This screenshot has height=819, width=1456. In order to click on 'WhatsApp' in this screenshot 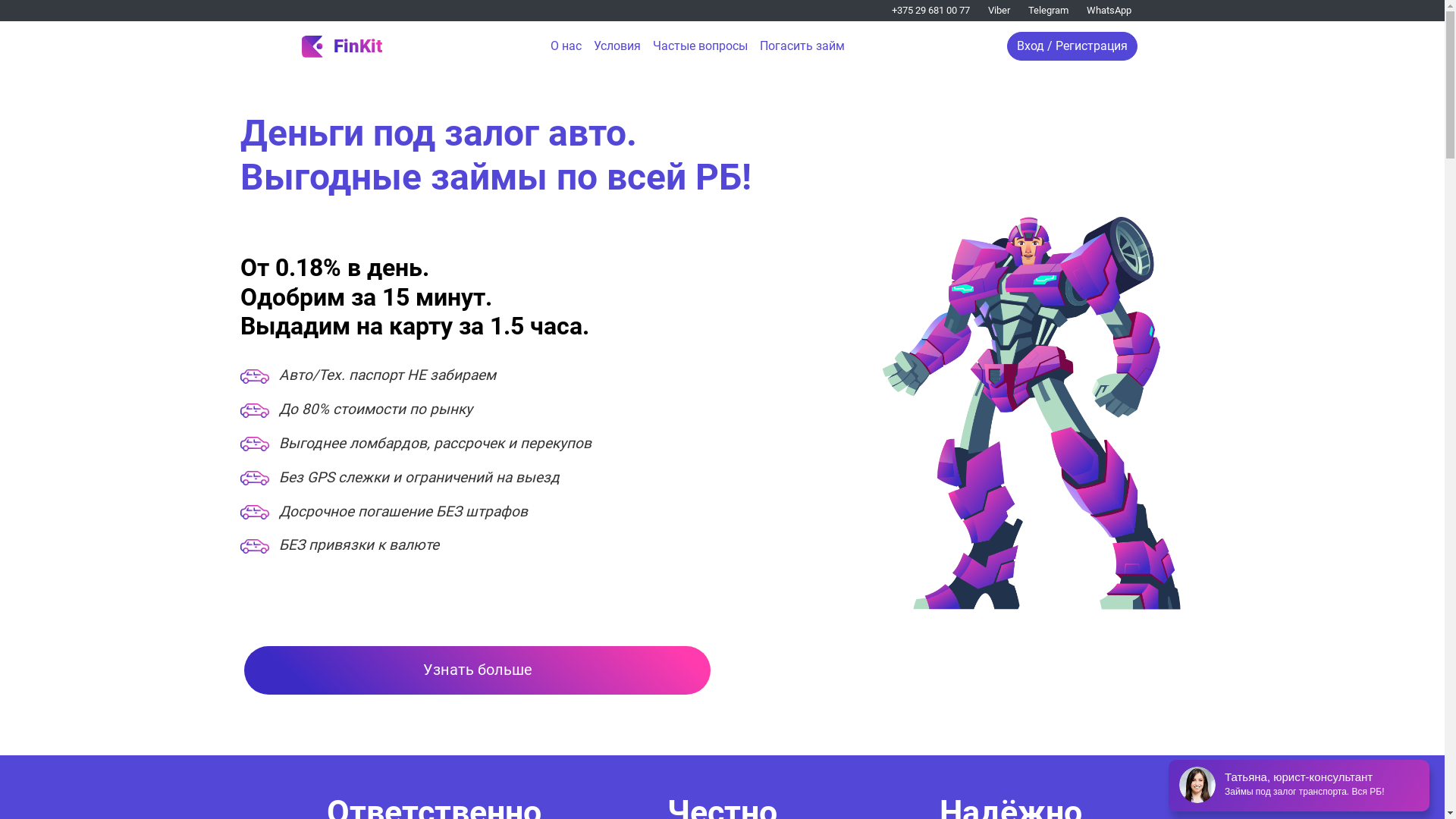, I will do `click(1099, 11)`.